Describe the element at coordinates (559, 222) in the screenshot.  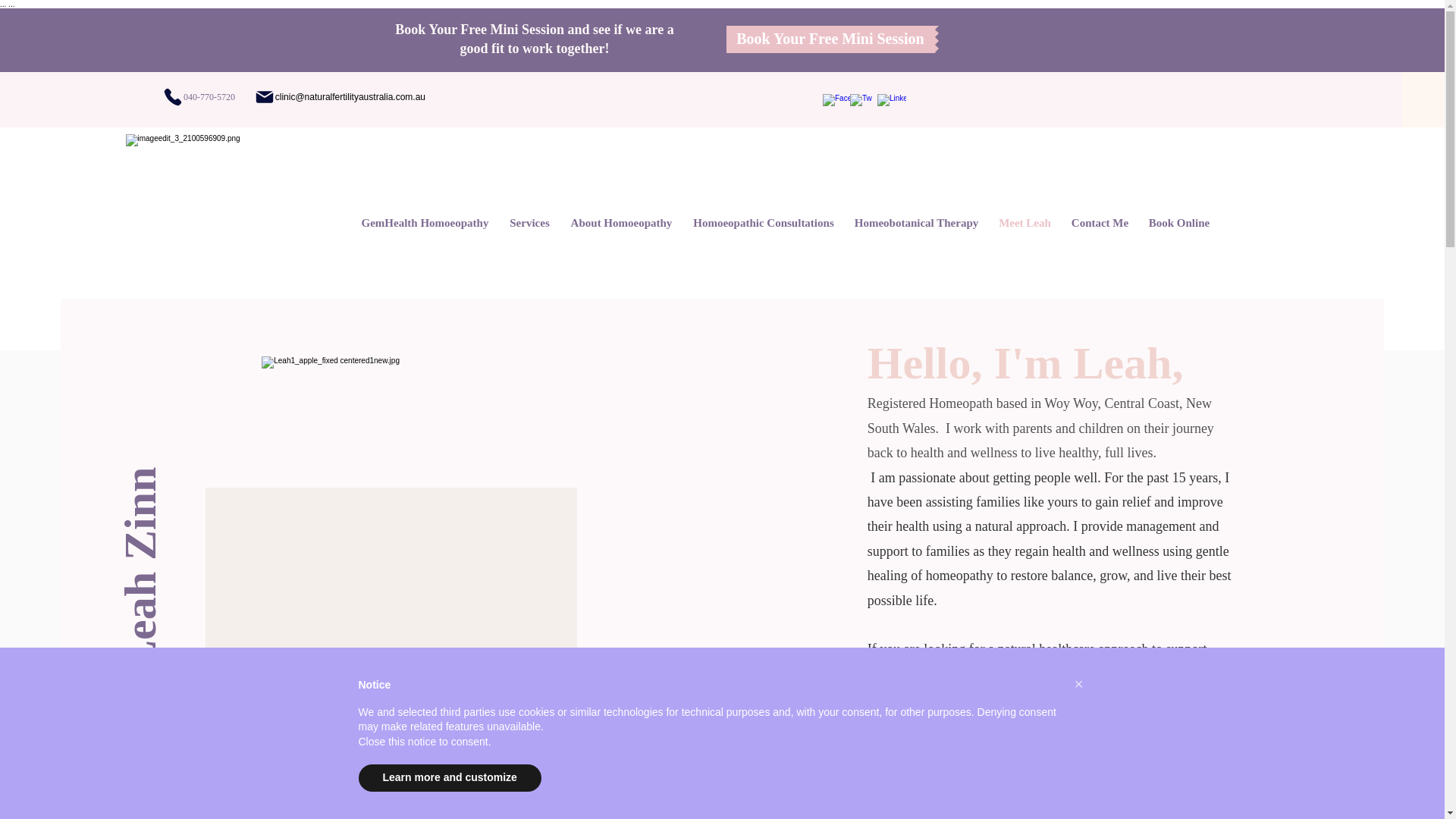
I see `'About Homoeopathy'` at that location.